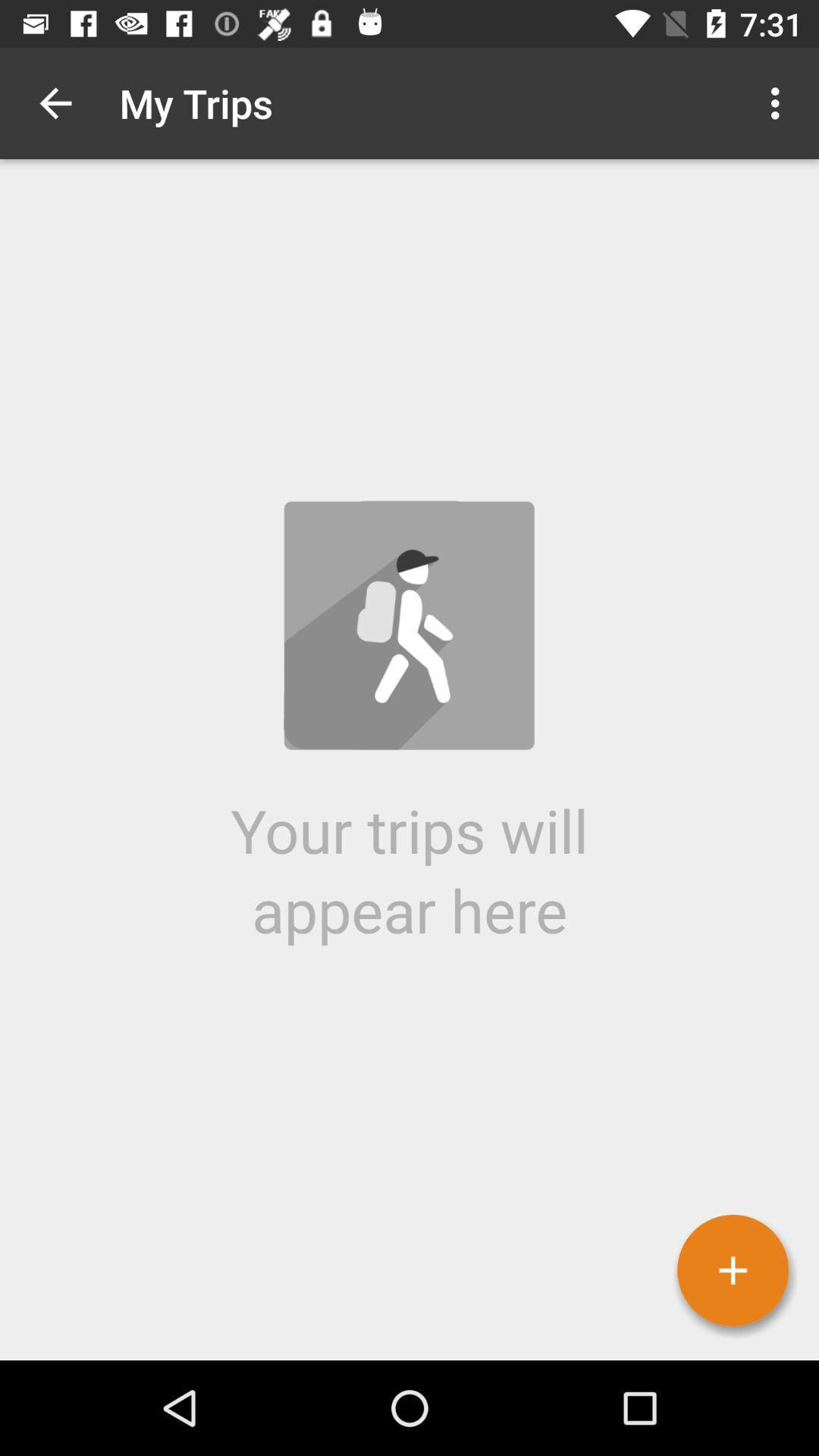 The image size is (819, 1456). What do you see at coordinates (732, 1270) in the screenshot?
I see `the item below appear here icon` at bounding box center [732, 1270].